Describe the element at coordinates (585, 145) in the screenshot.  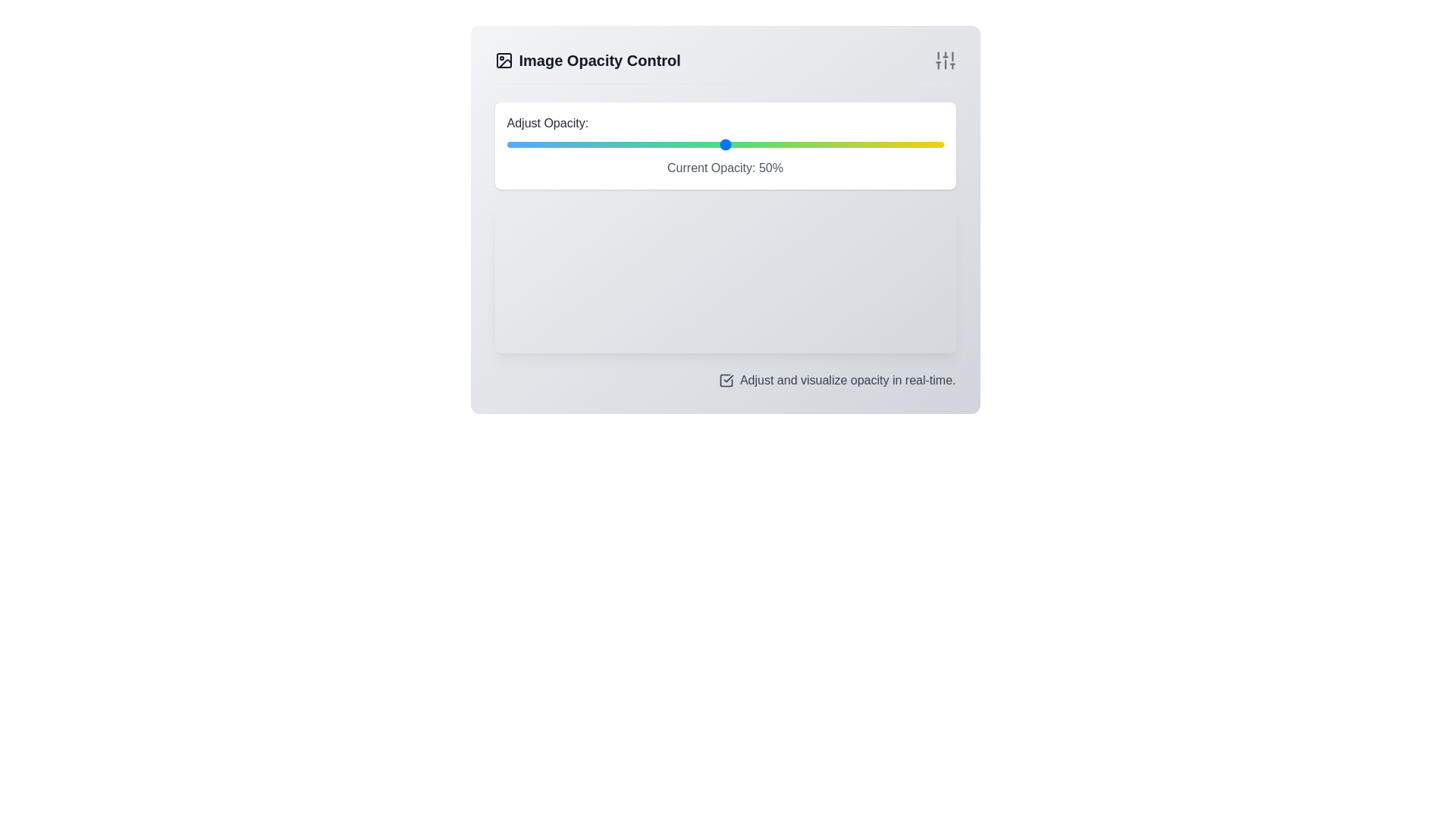
I see `the opacity` at that location.